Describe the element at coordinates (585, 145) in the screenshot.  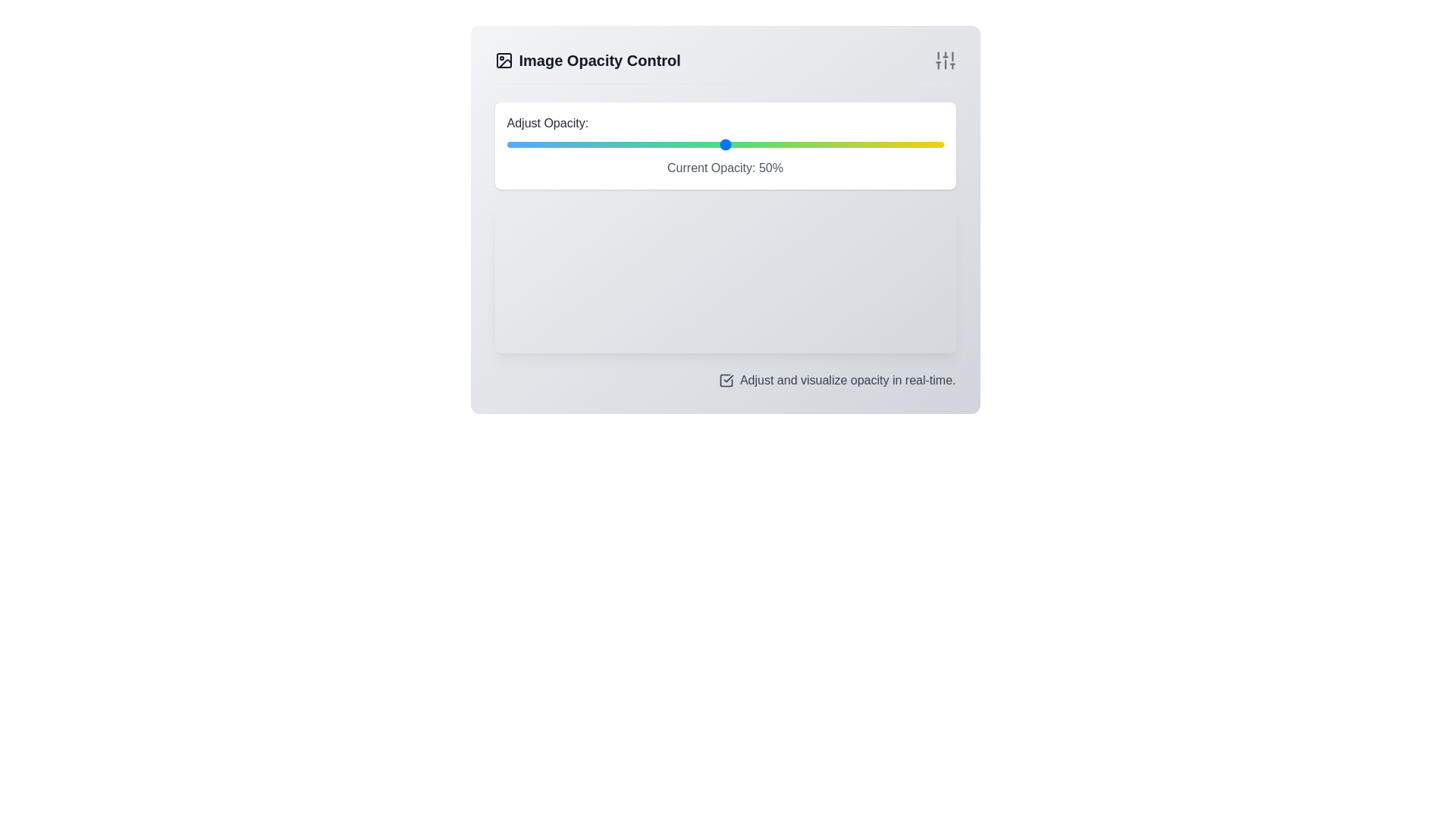
I see `the opacity` at that location.